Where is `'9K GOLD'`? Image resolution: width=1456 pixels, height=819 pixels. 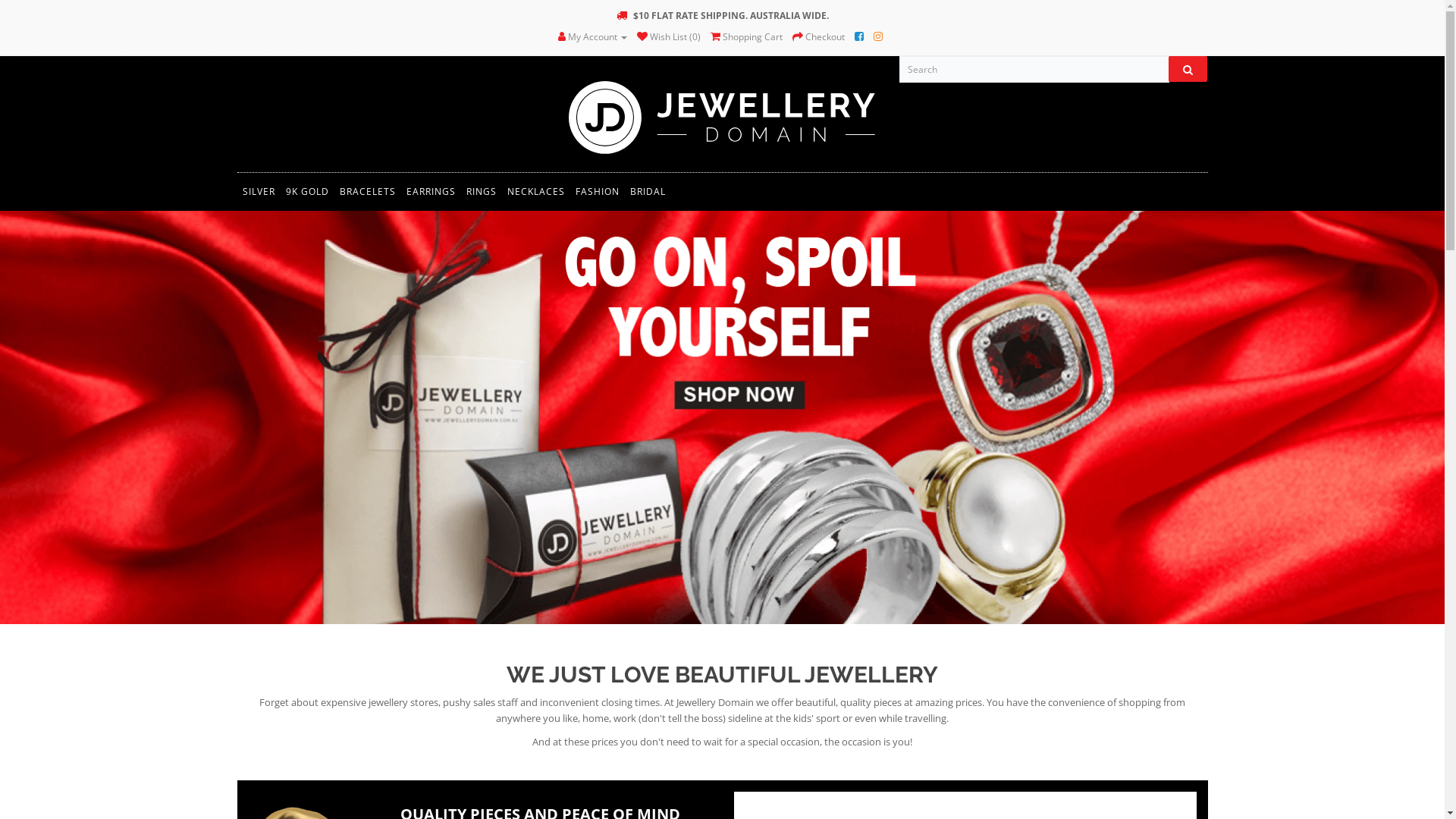
'9K GOLD' is located at coordinates (306, 191).